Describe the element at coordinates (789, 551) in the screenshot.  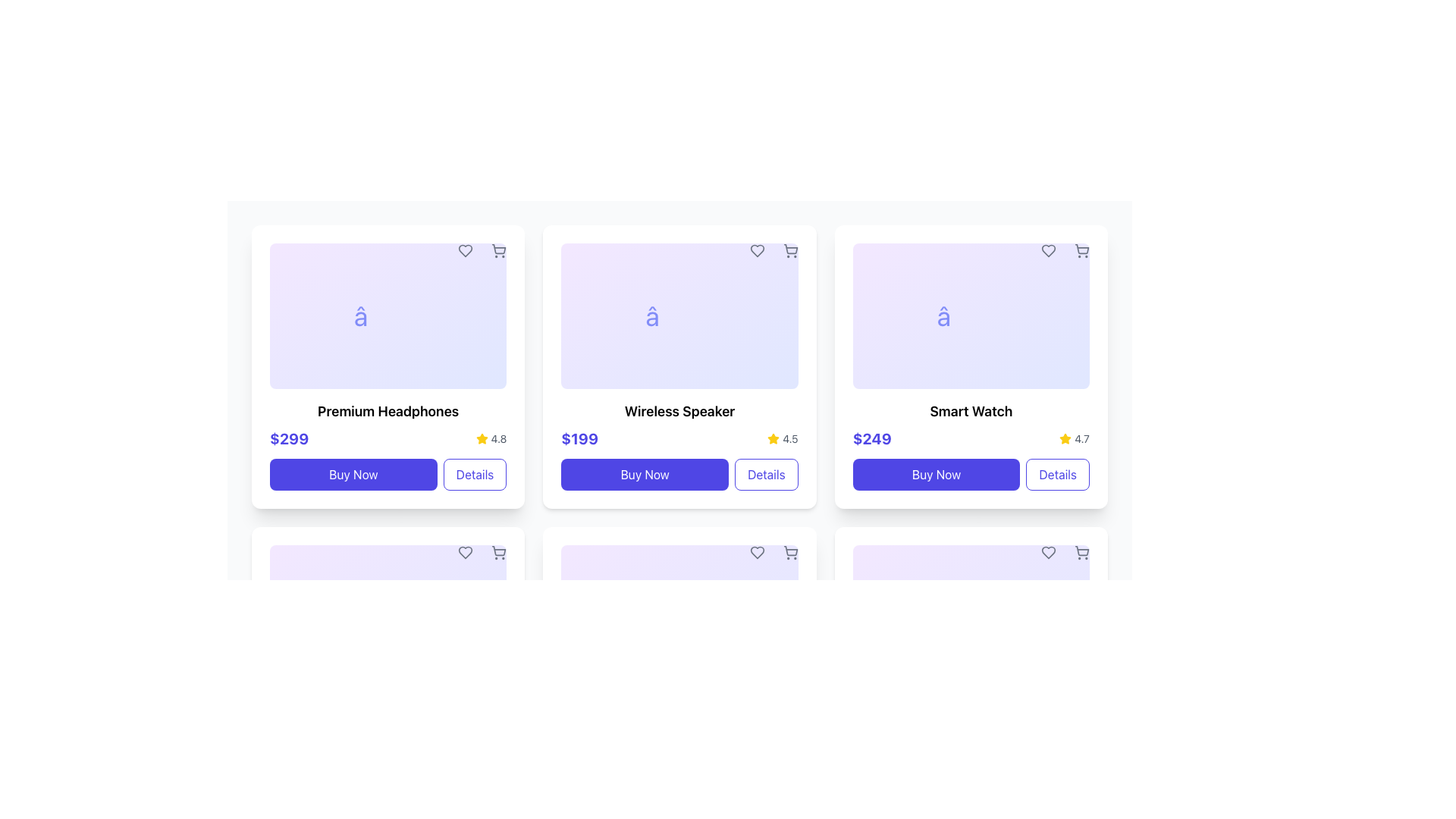
I see `the shopping cart icon in the top-right corner of the 'Wireless Speaker' product card` at that location.